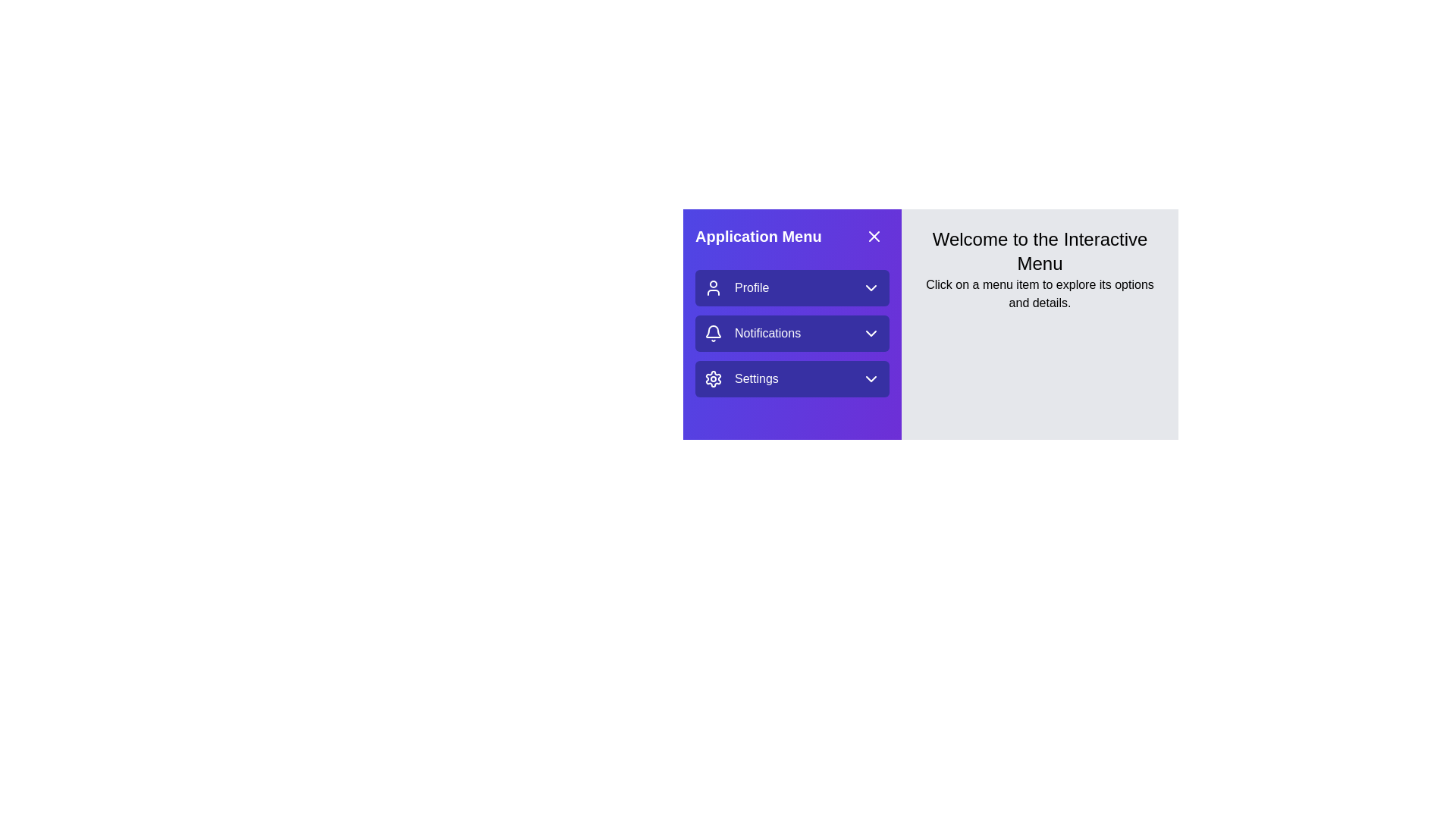 The width and height of the screenshot is (1456, 819). I want to click on the bell icon representing notifications within the Application Menu, which is the second icon in the vertical menu, so click(712, 331).